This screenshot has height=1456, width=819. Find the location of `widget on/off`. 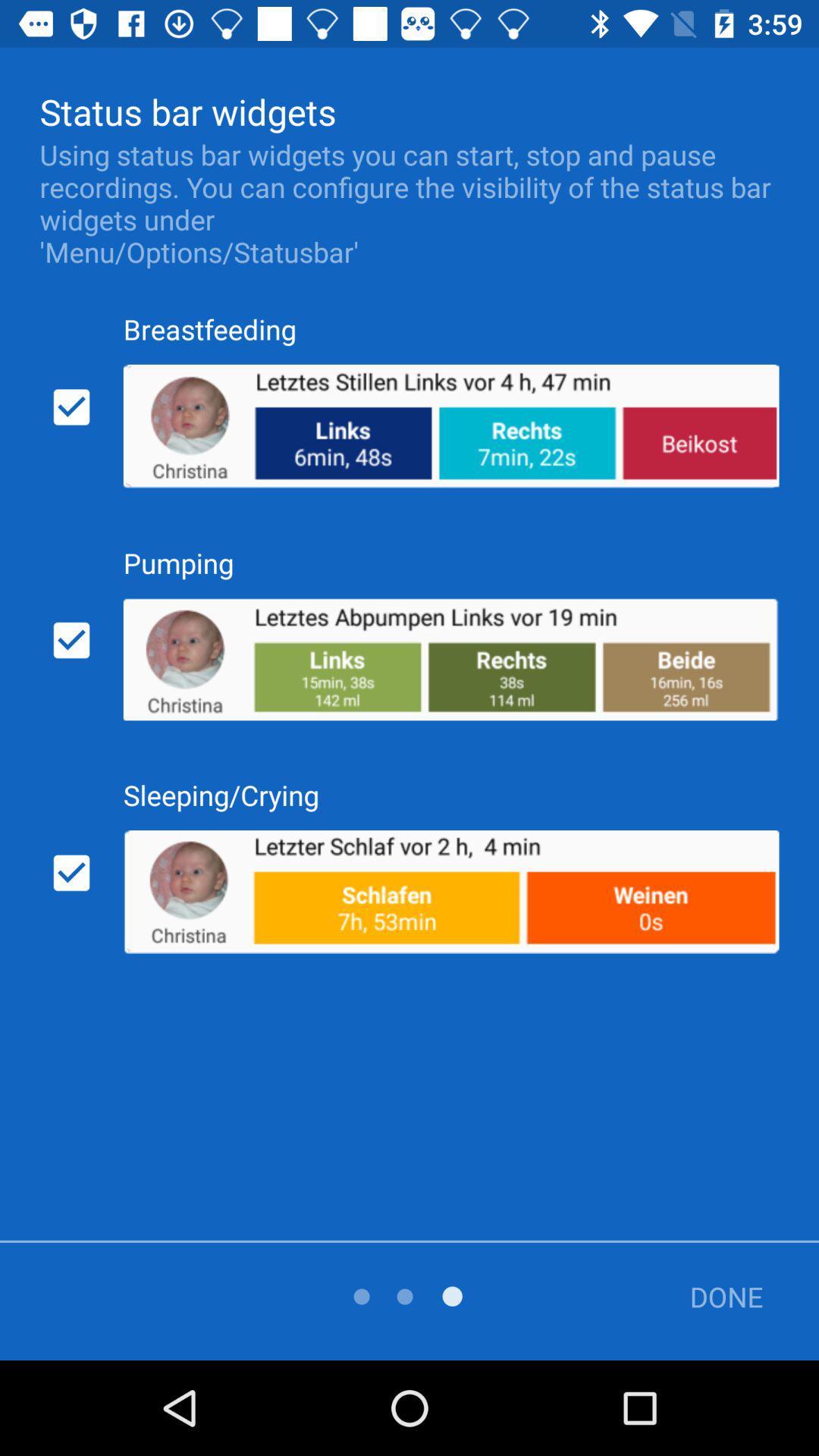

widget on/off is located at coordinates (71, 640).